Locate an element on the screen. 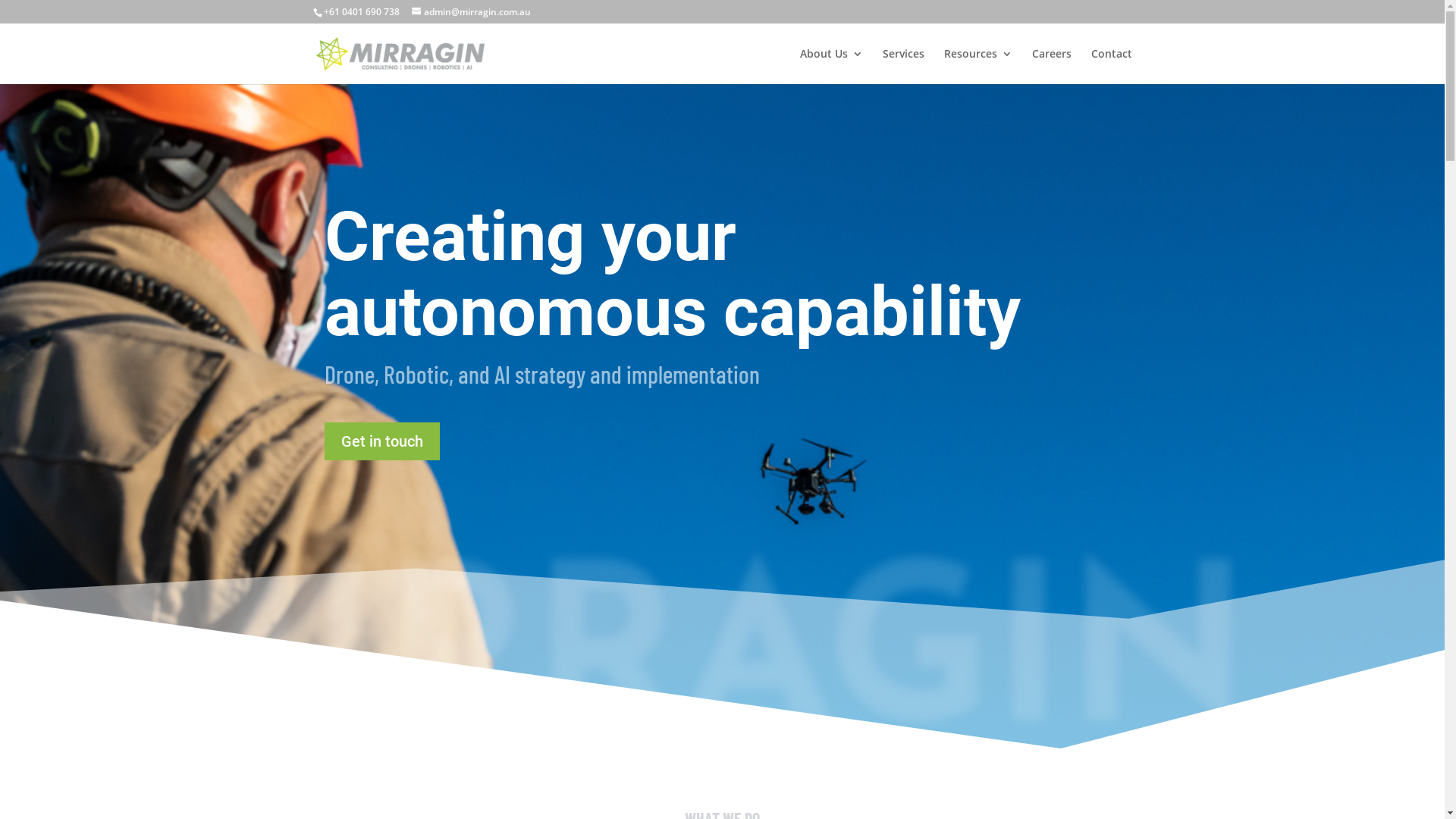  'Get in touch' is located at coordinates (382, 441).